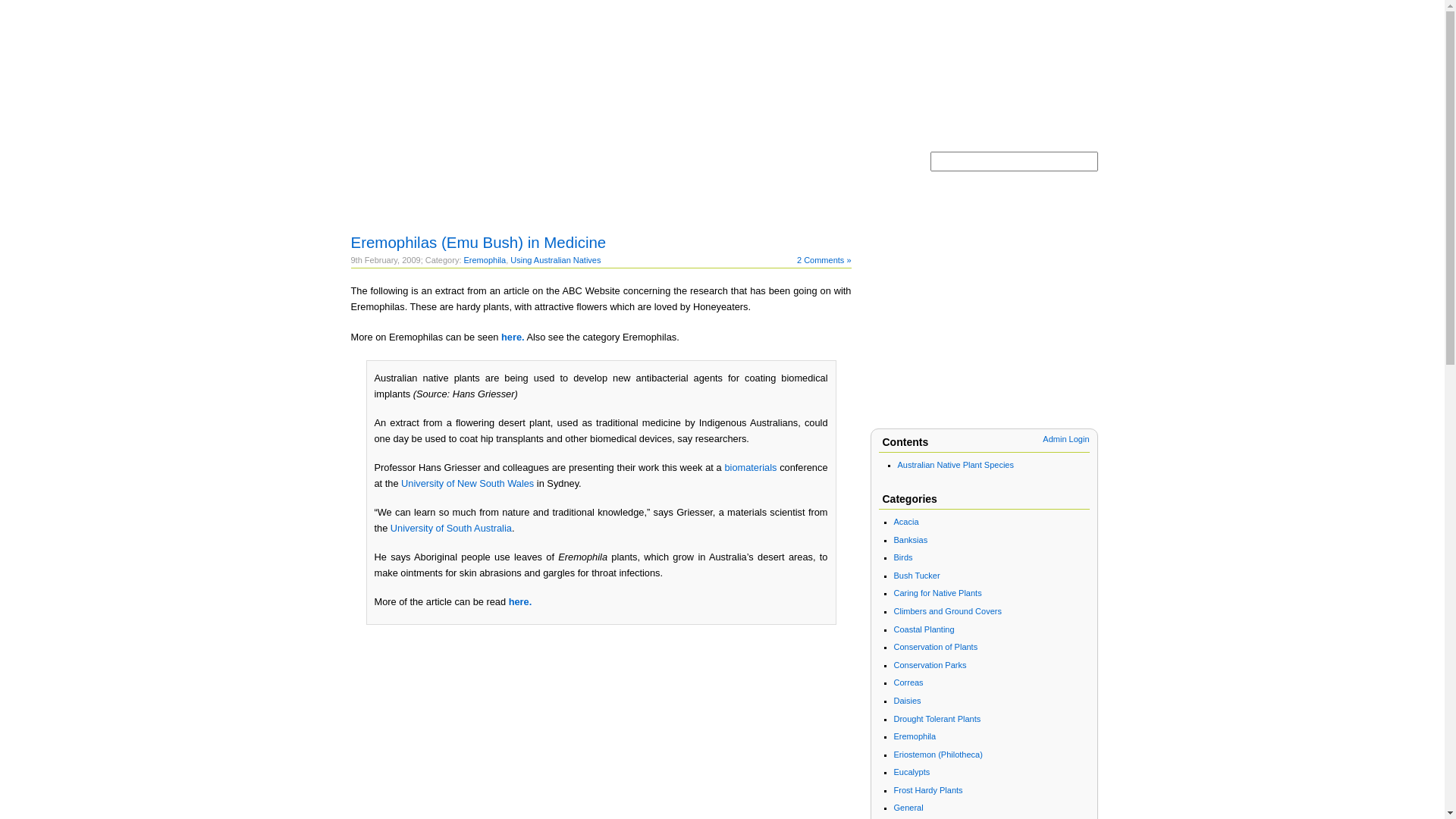  What do you see at coordinates (927, 789) in the screenshot?
I see `'Frost Hardy Plants'` at bounding box center [927, 789].